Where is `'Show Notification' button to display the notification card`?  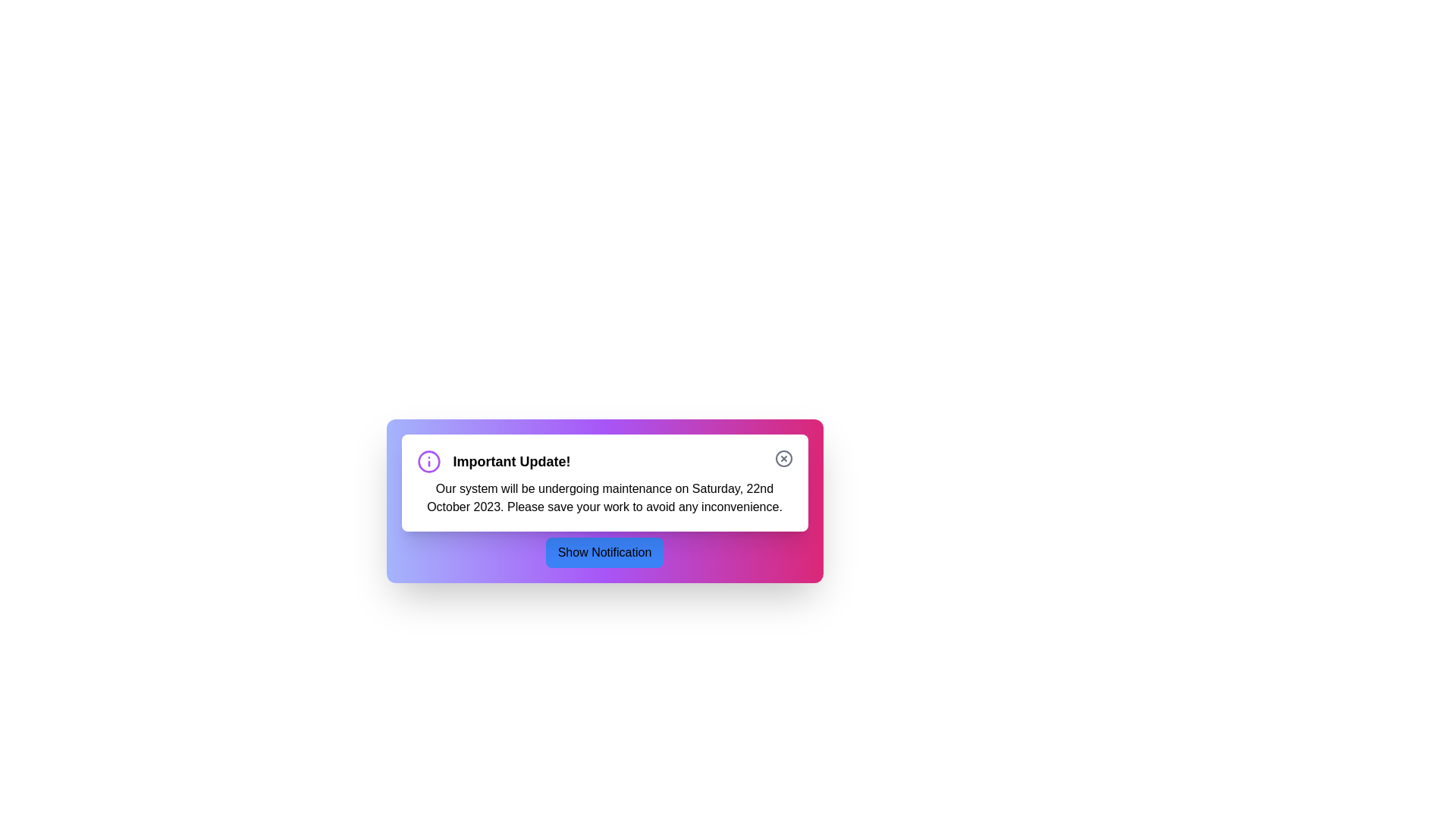 'Show Notification' button to display the notification card is located at coordinates (604, 553).